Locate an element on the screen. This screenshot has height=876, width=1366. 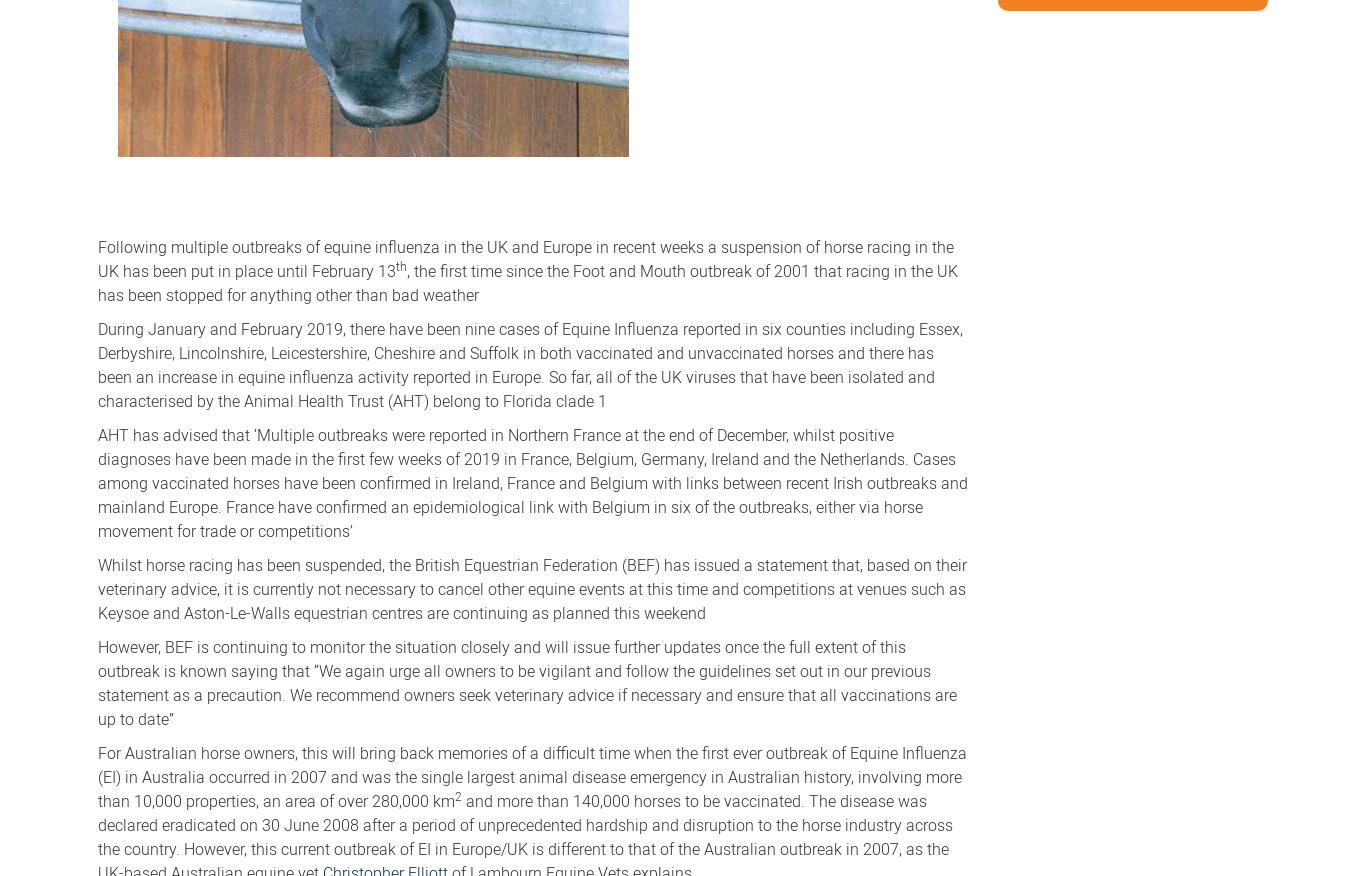
'However, BEF is continuing to monitor the situation closely and will issue further updates once the full extent of this outbreak is known saying that “We again urge all owners to be vigilant and follow the guidelines set out in our previous statement as a precaution. We recommend owners seek veterinary advice if necessary and ensure that all vaccinations are up to date”' is located at coordinates (527, 680).